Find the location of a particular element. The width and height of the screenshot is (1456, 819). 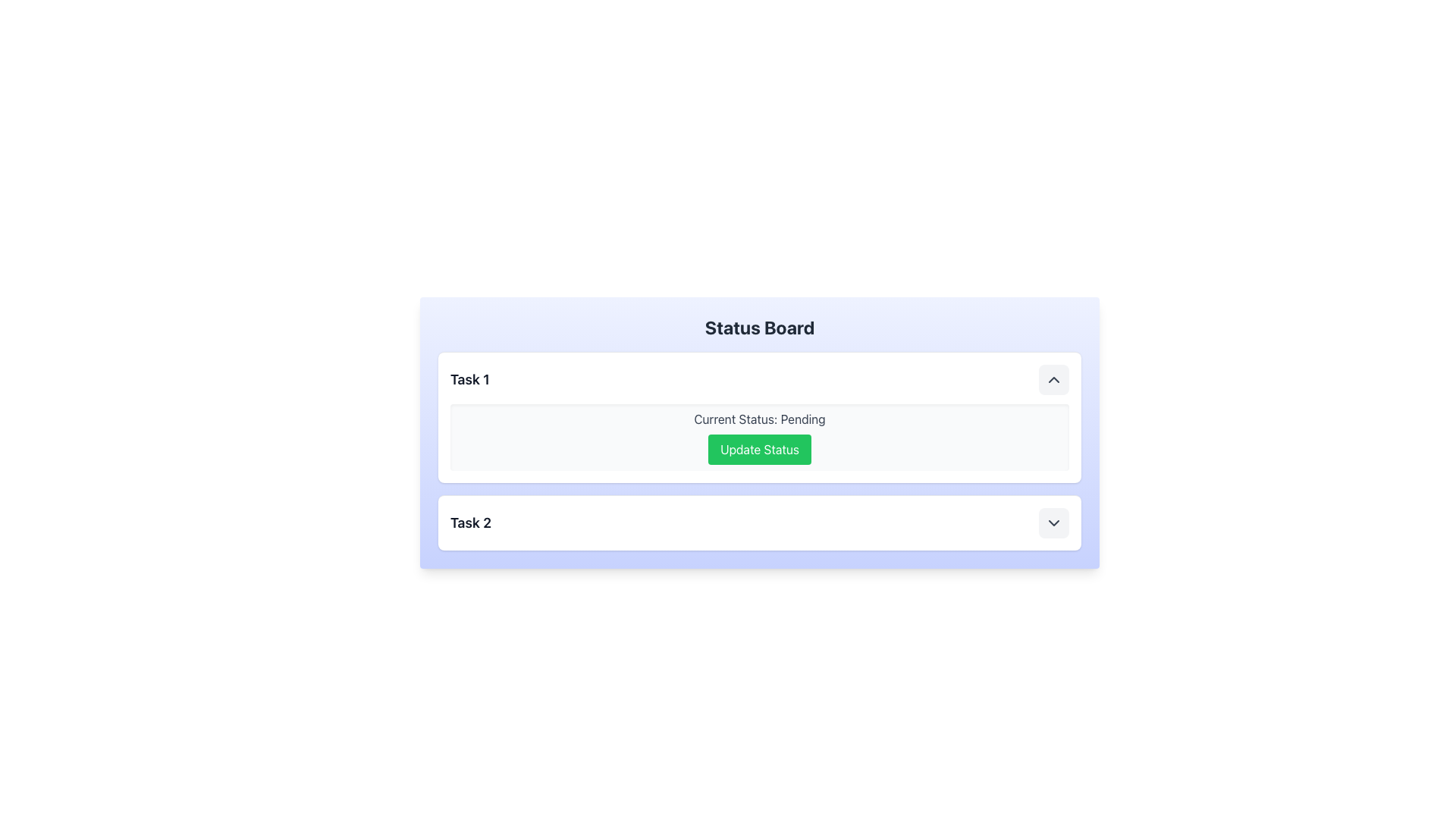

the button located below the 'Current Status: Pending' text in the 'Task 1' section to update the status of the task is located at coordinates (760, 449).